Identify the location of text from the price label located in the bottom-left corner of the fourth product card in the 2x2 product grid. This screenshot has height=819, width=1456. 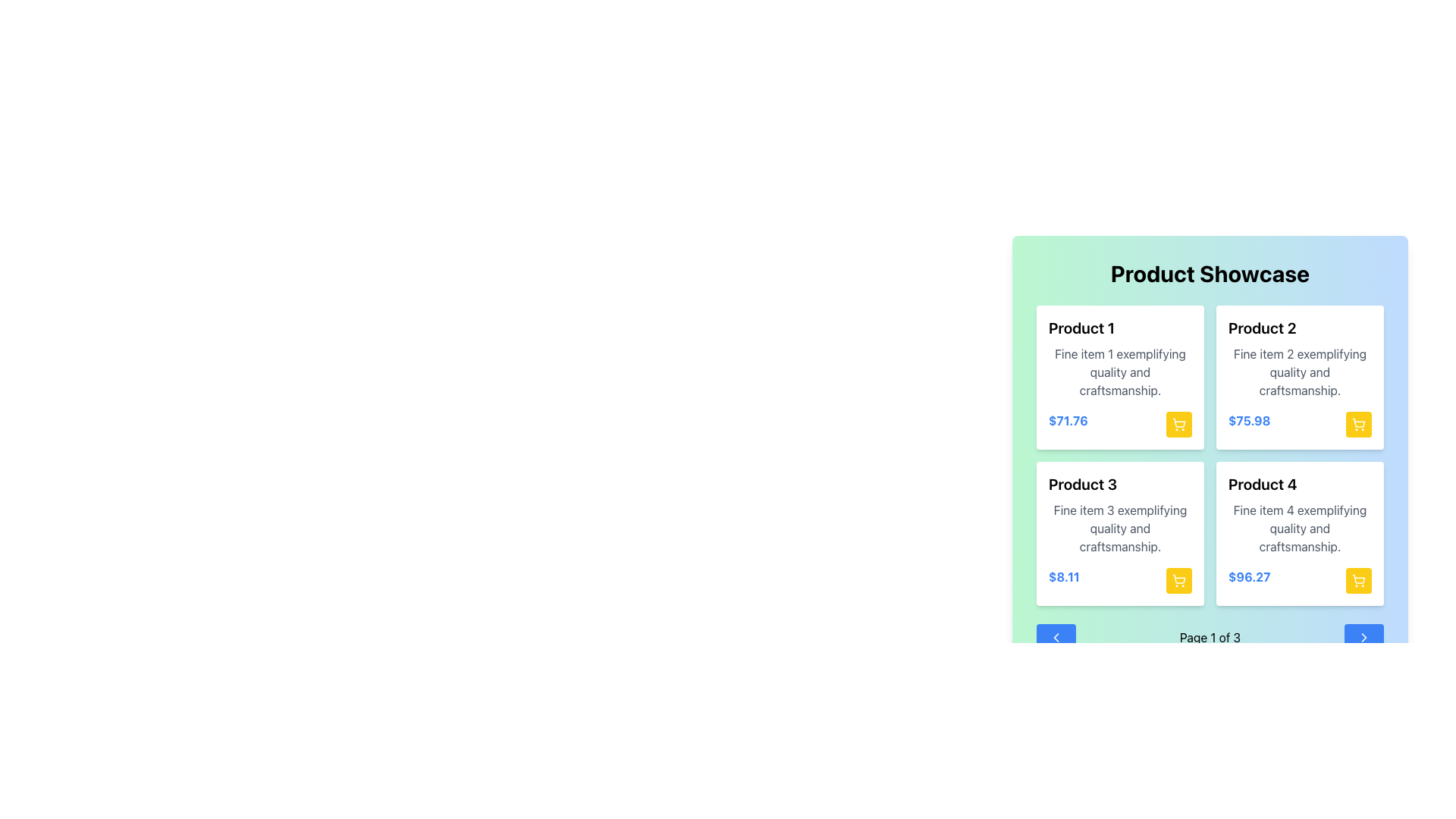
(1249, 580).